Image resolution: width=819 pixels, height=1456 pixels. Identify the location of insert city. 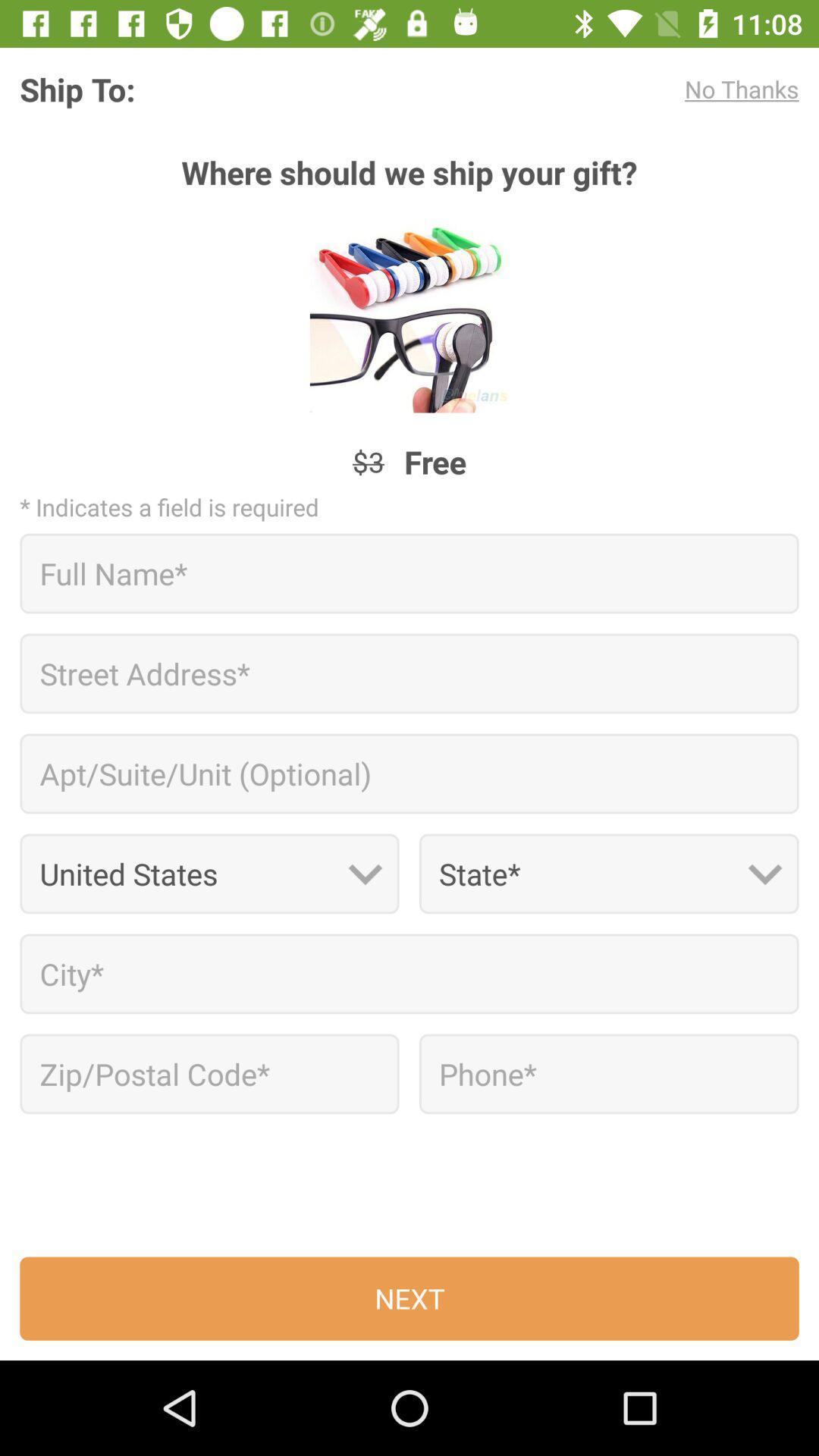
(409, 974).